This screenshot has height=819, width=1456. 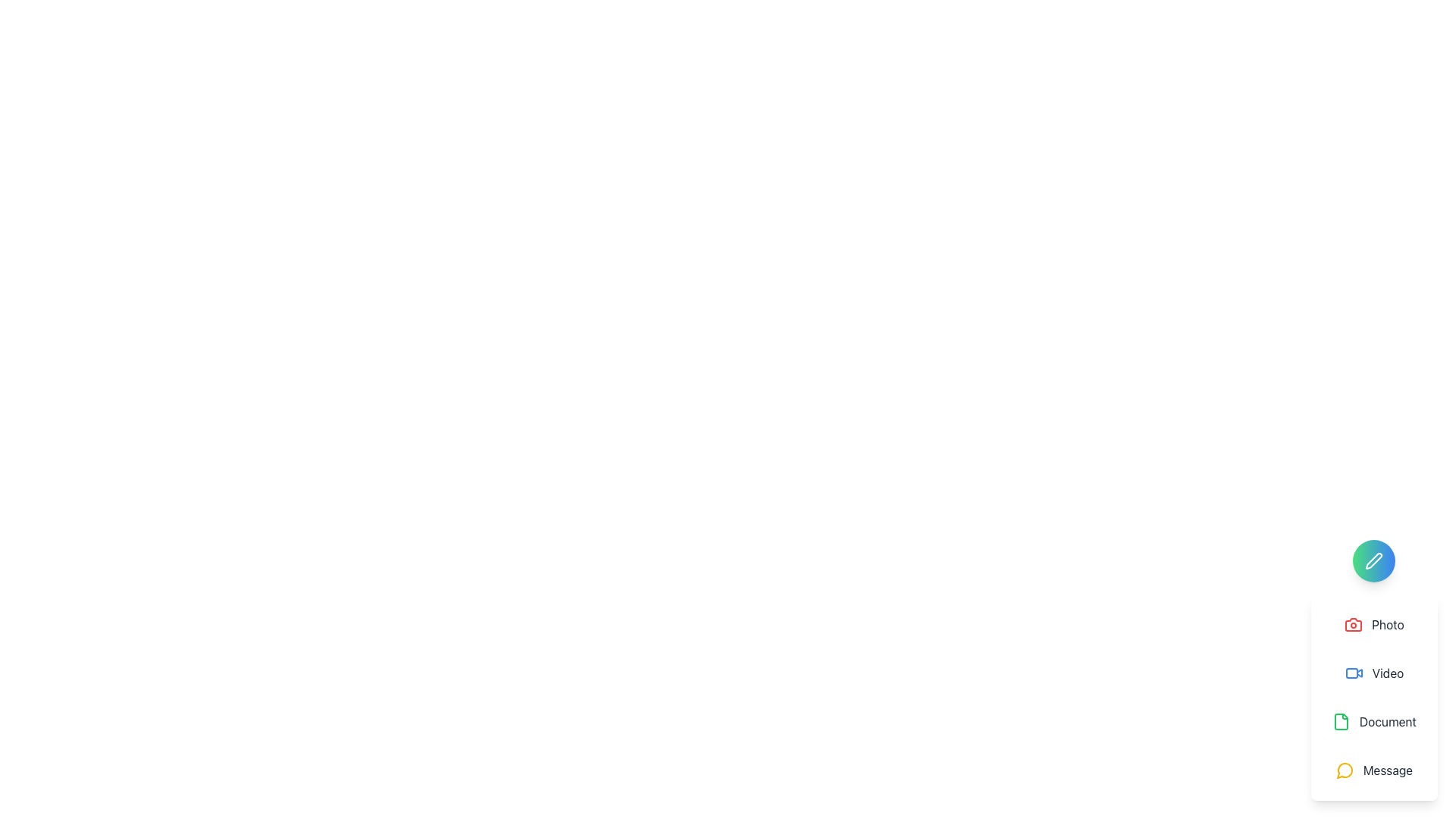 I want to click on the pen icon, which is a white stroke on a gradient circular background, so click(x=1374, y=561).